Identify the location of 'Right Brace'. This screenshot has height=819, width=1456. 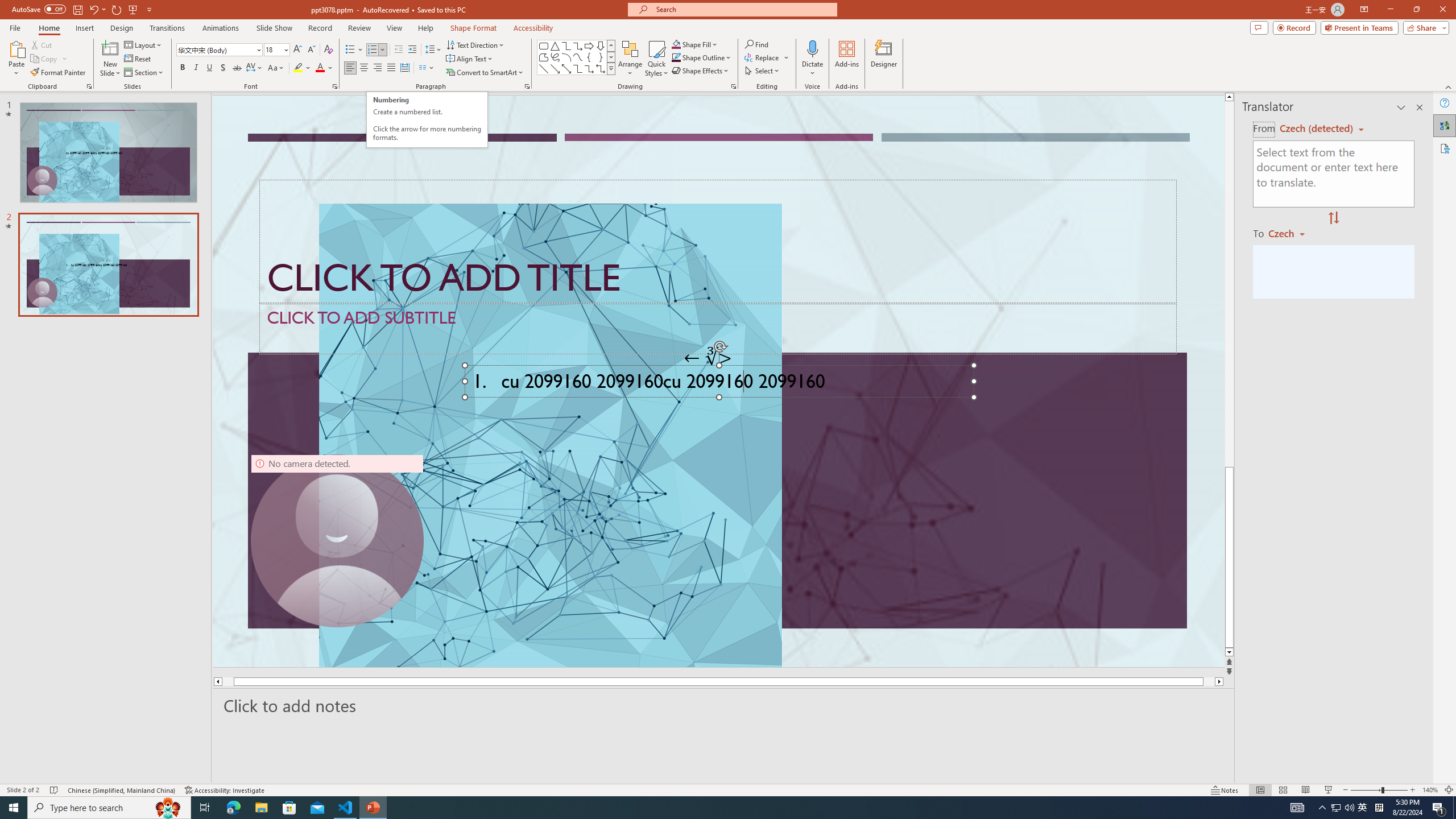
(600, 56).